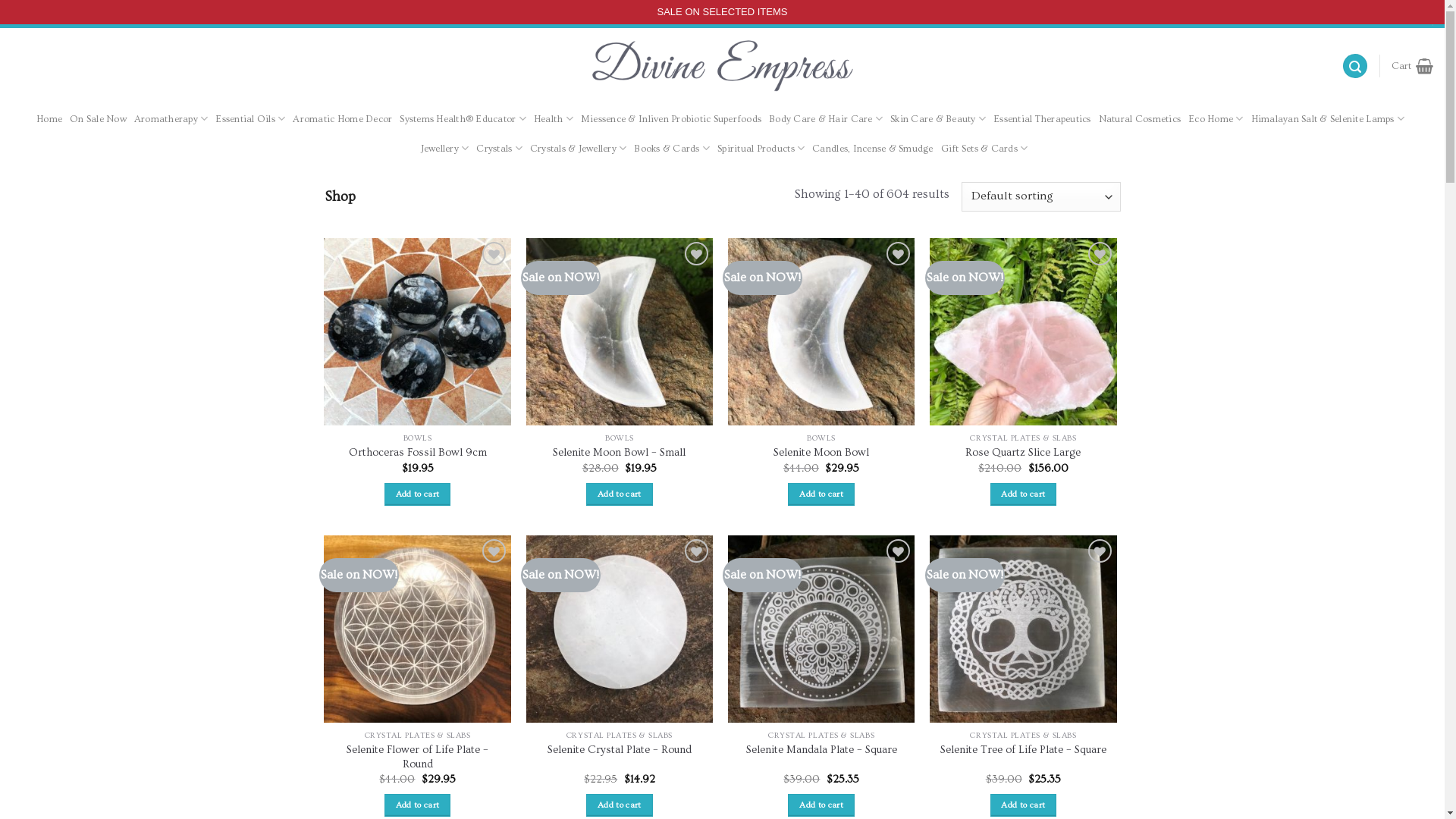  What do you see at coordinates (872, 149) in the screenshot?
I see `'Candles, Incense & Smudge'` at bounding box center [872, 149].